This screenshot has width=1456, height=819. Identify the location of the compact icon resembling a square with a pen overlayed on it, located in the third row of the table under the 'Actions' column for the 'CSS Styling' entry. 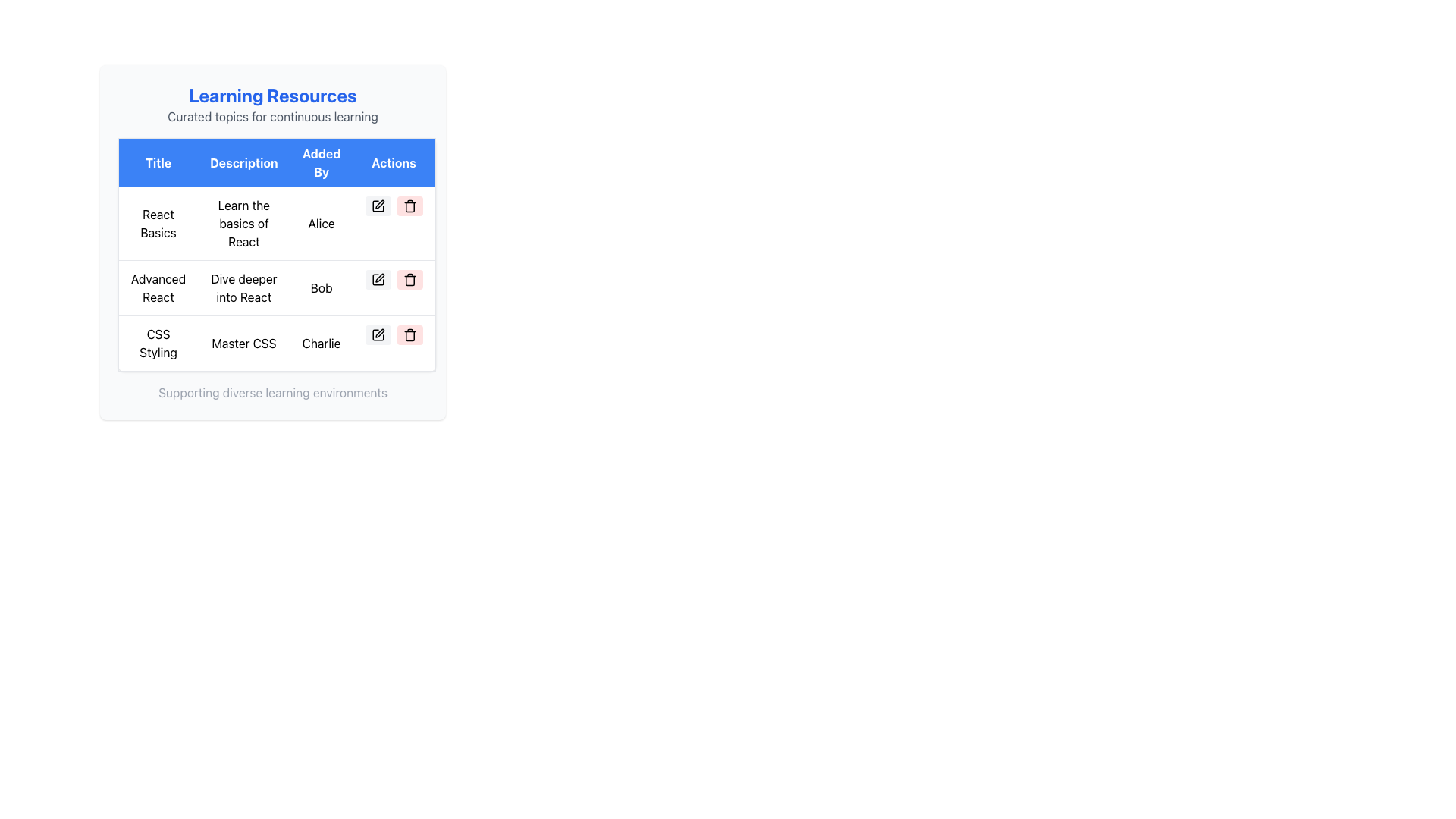
(378, 334).